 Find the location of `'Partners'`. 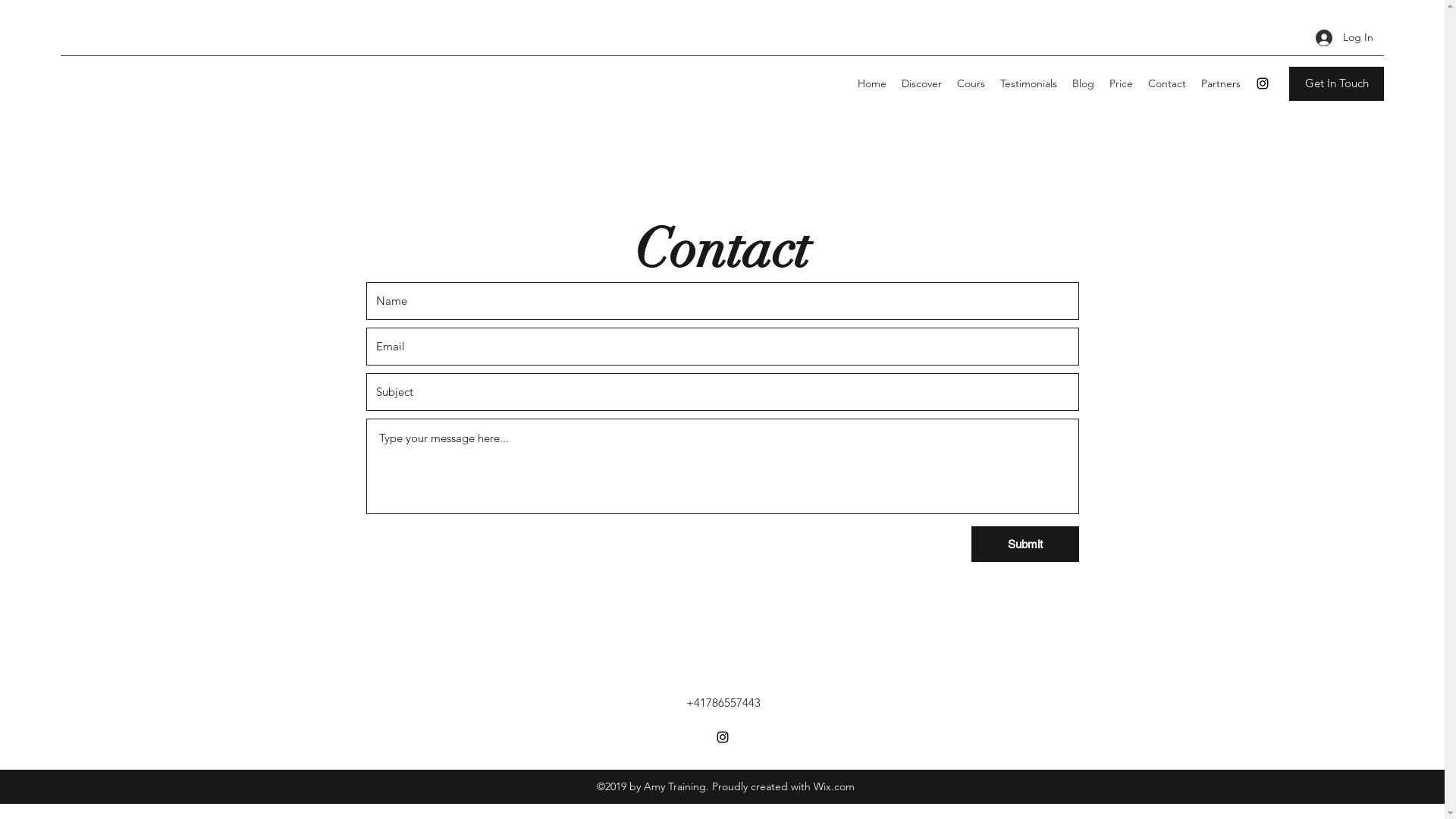

'Partners' is located at coordinates (1220, 83).